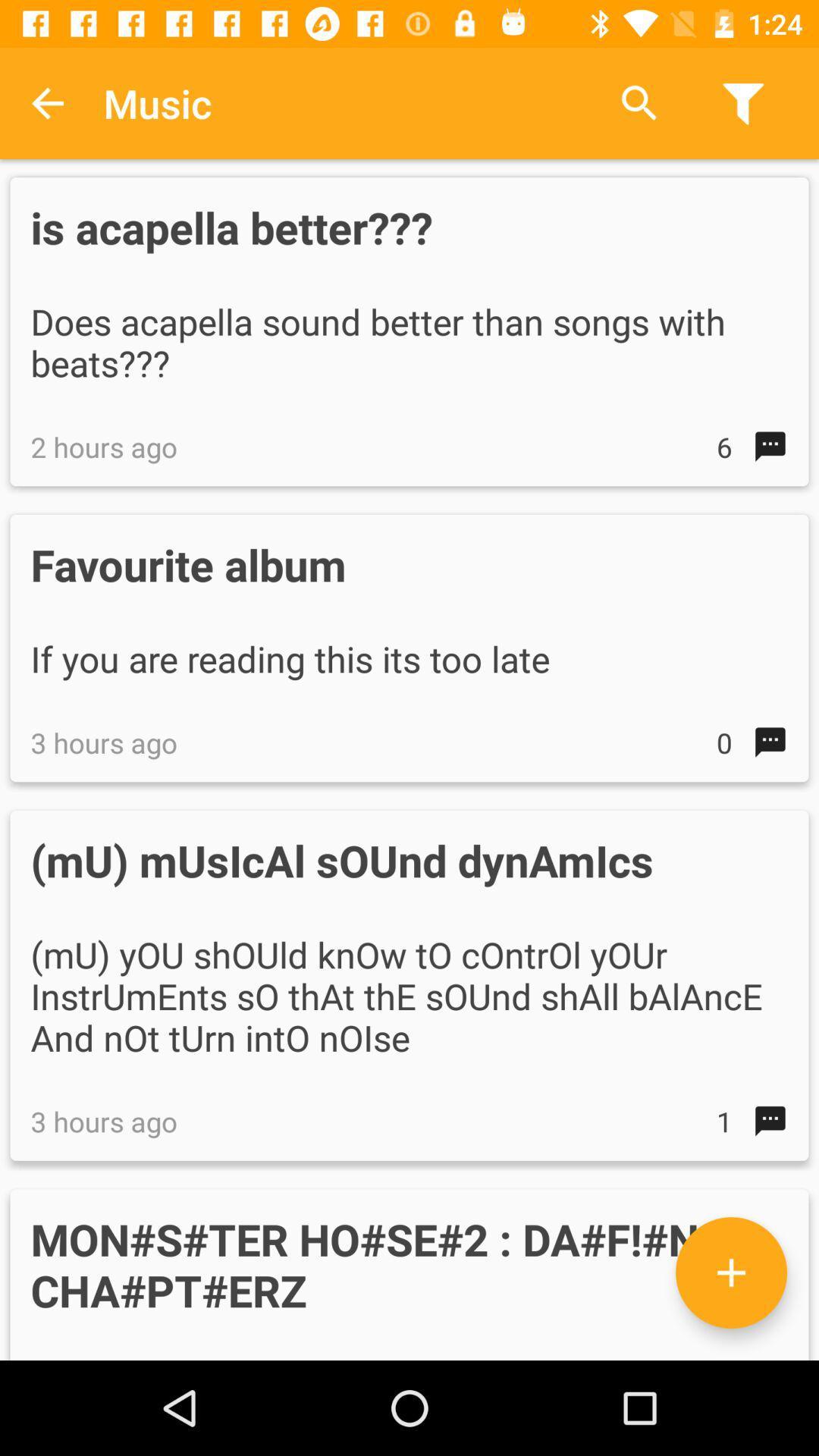  Describe the element at coordinates (730, 1272) in the screenshot. I see `other options` at that location.